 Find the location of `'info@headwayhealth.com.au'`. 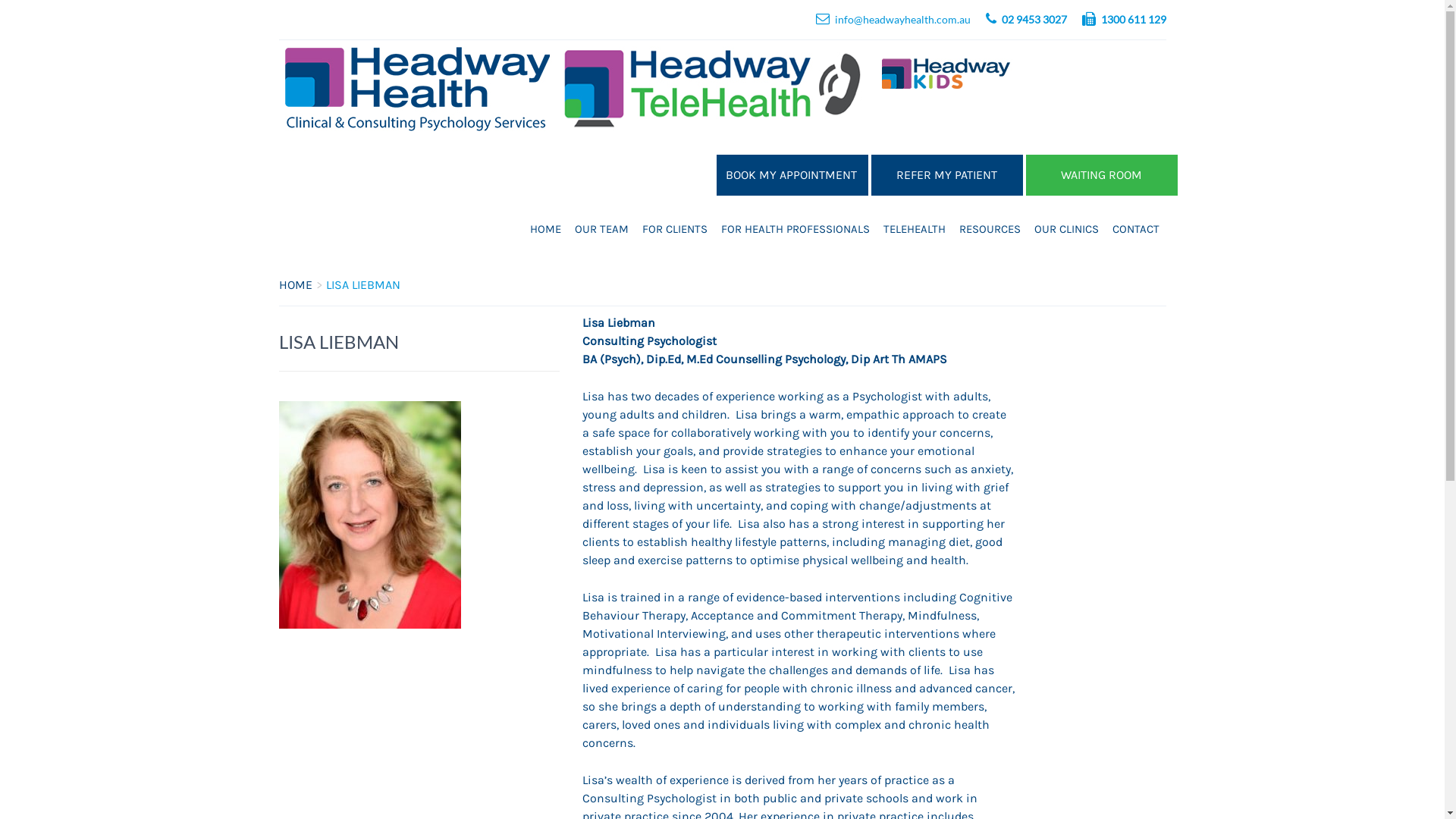

'info@headwayhealth.com.au' is located at coordinates (902, 19).